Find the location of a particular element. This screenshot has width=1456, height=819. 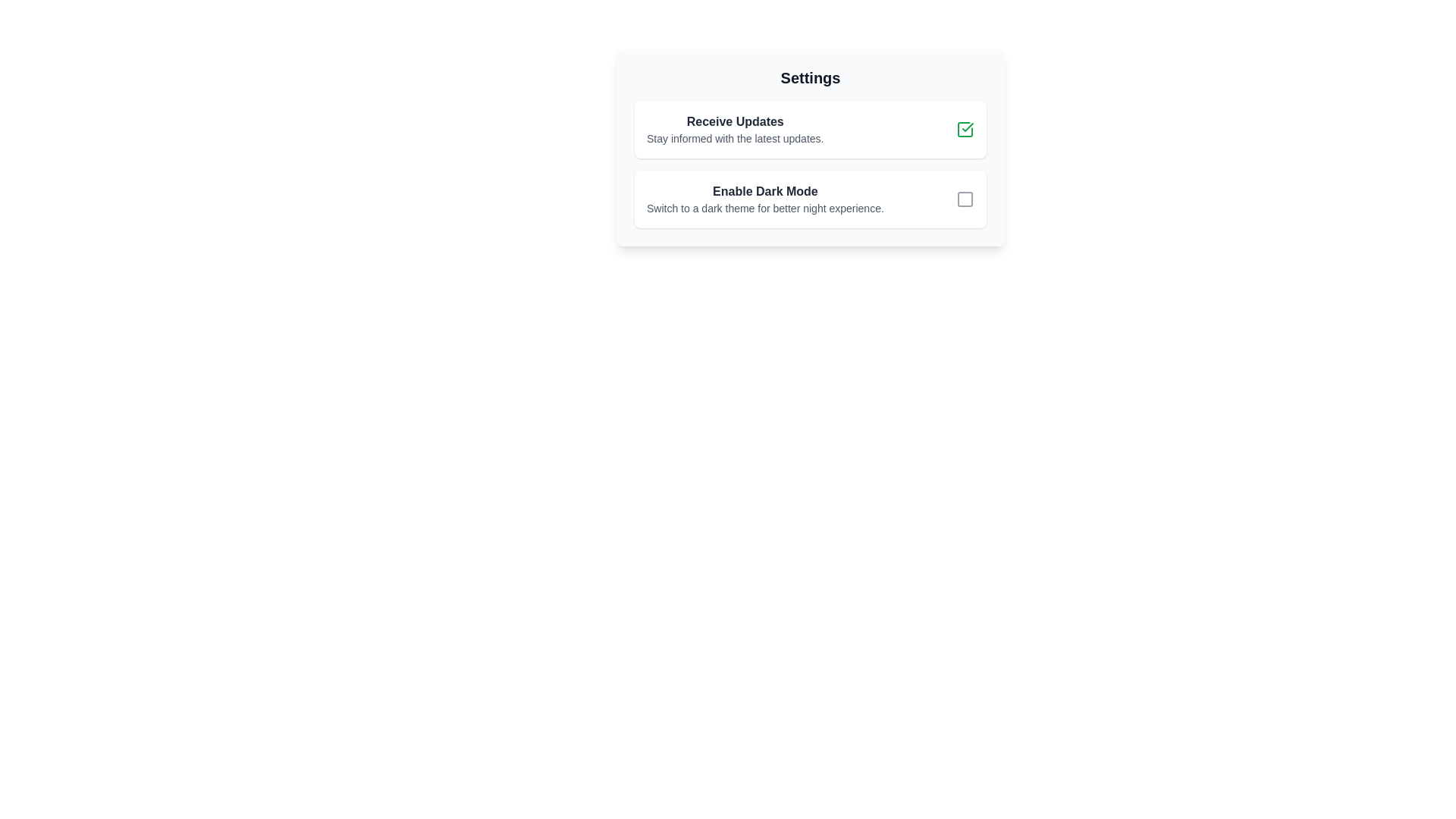

the text label that indicates the dark mode toggle option, which is positioned below the 'Receive Updates' section and serves as its title is located at coordinates (765, 191).